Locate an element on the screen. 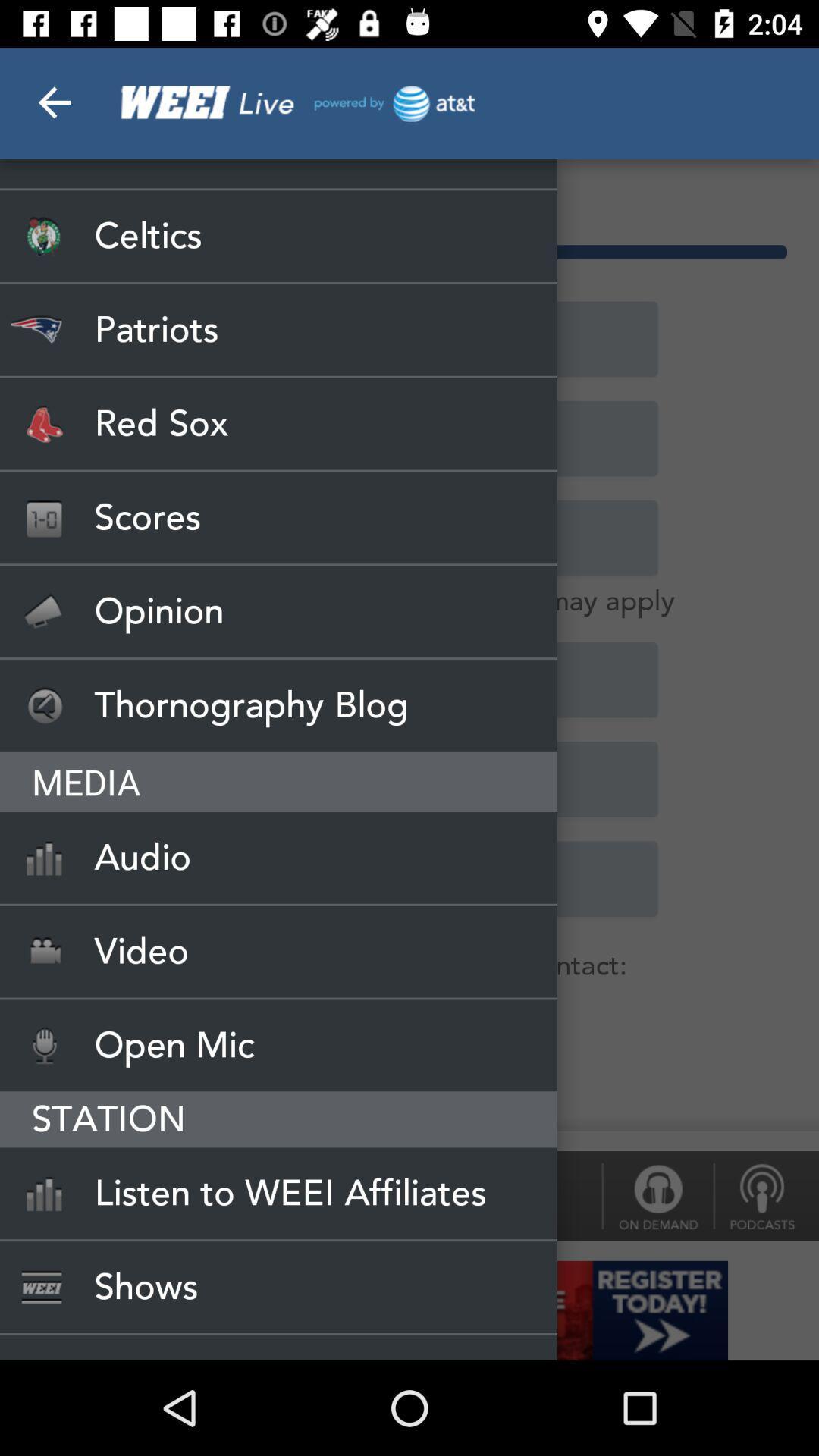  the lock icon is located at coordinates (657, 1195).